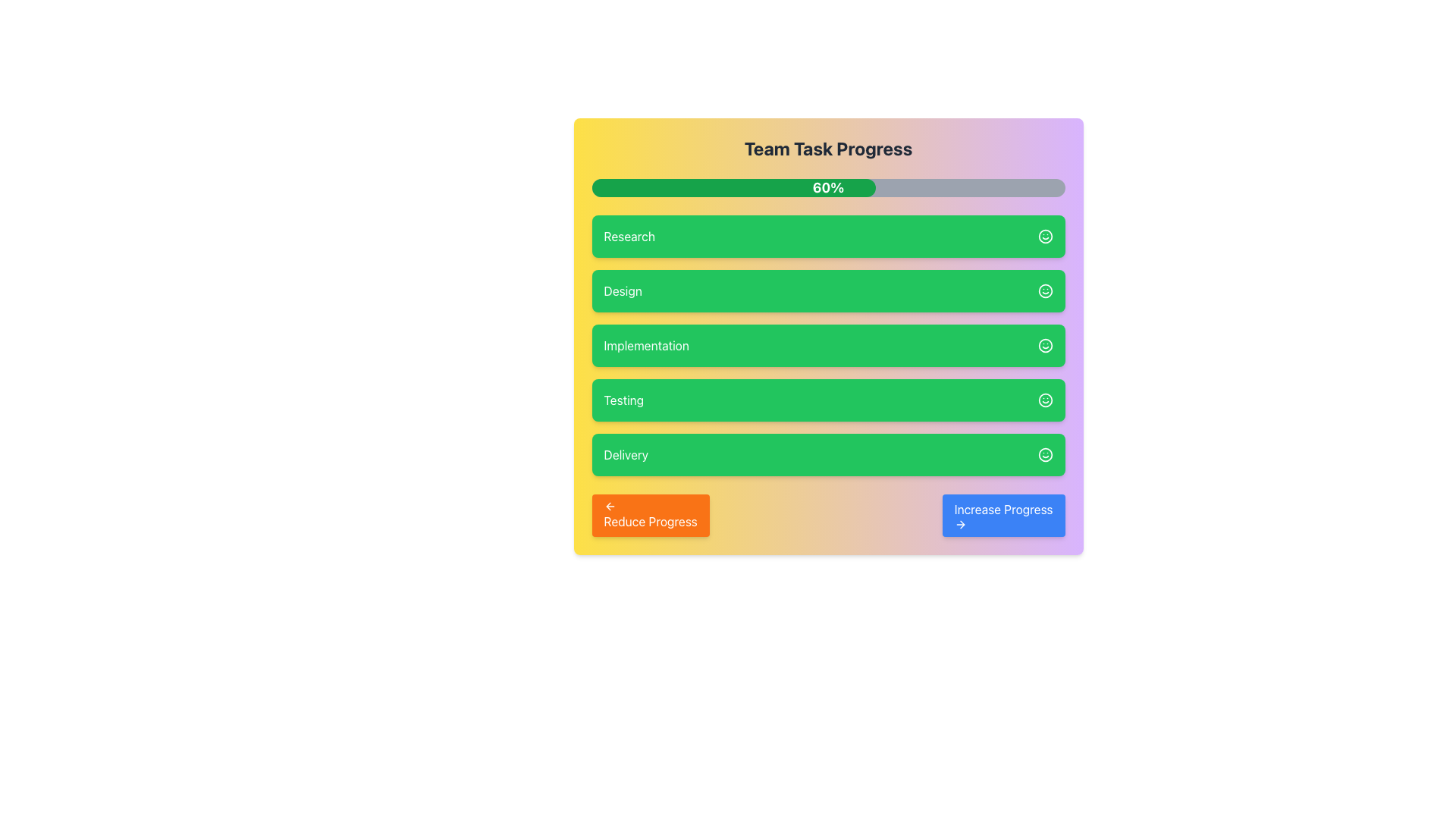 This screenshot has height=819, width=1456. Describe the element at coordinates (827, 187) in the screenshot. I see `the Progress Bar located below the 'Team Task Progress' heading, which visually indicates the progress of tasks and displays percentage completed` at that location.